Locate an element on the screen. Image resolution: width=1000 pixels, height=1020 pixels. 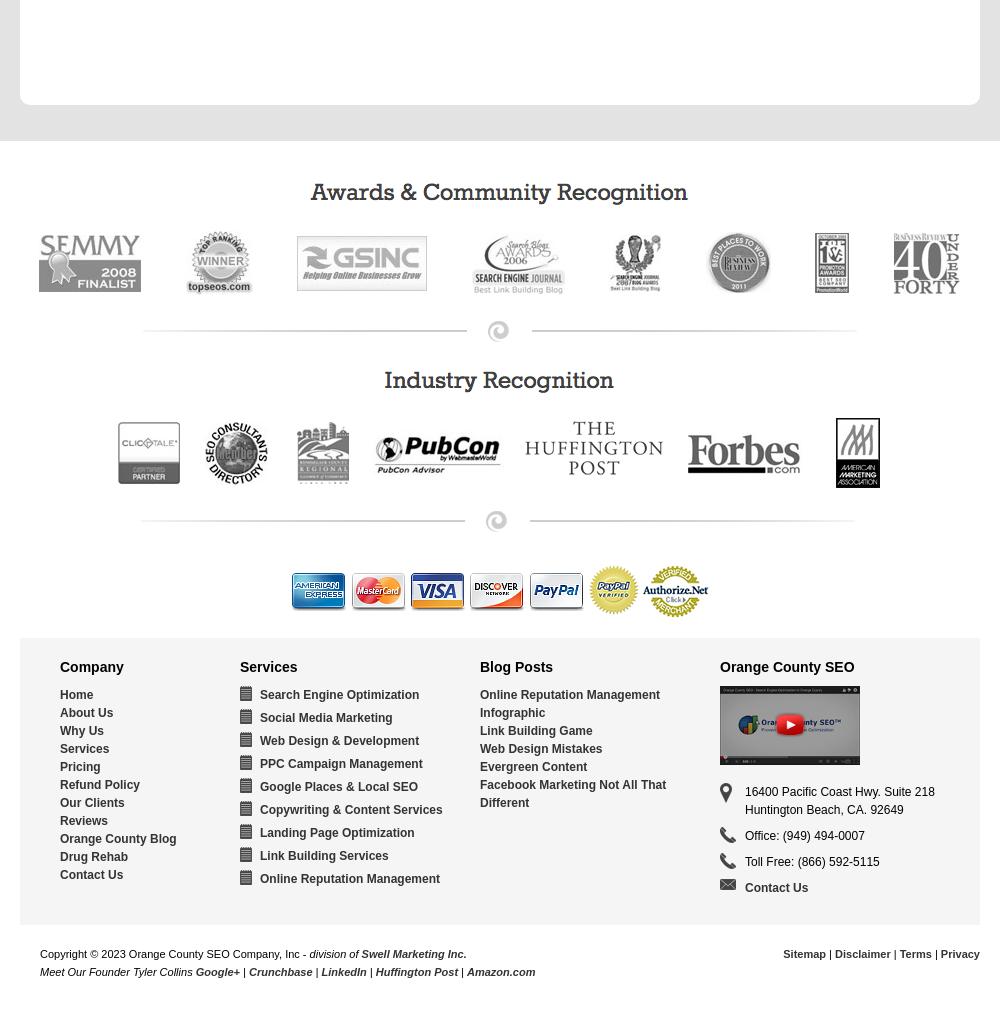
'Orange County SEO' is located at coordinates (787, 666).